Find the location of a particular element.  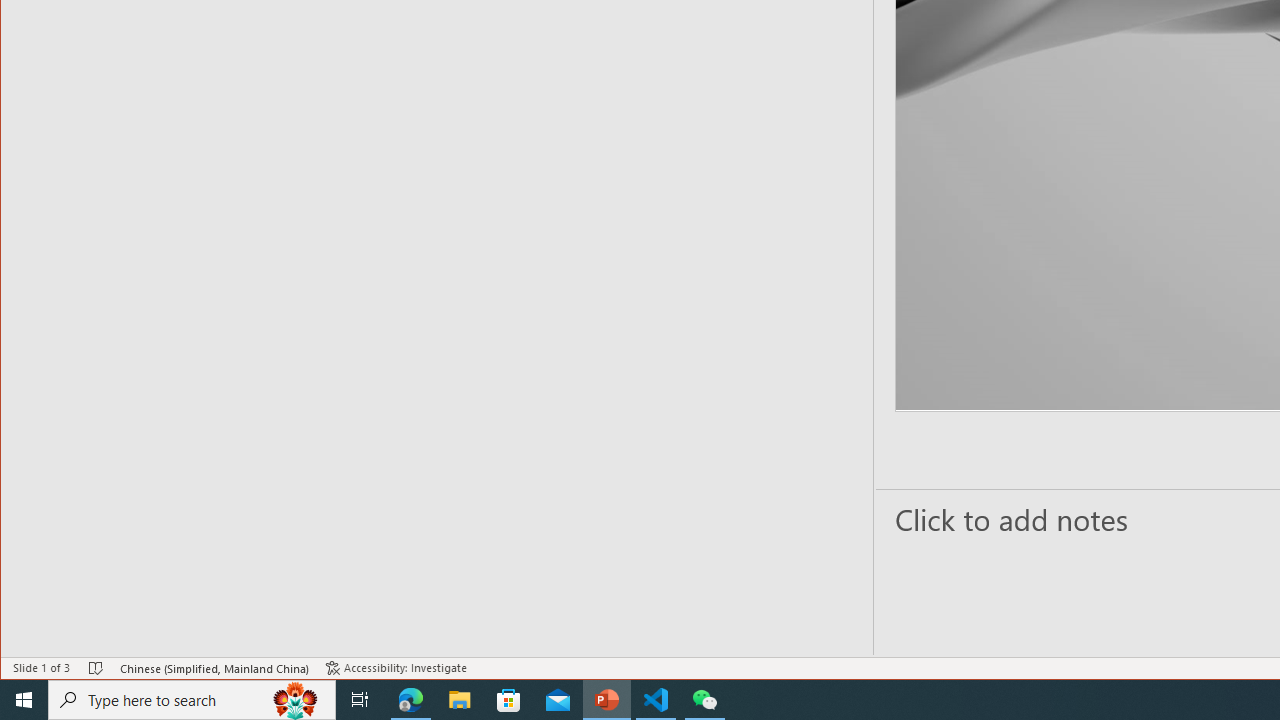

'Microsoft Store' is located at coordinates (509, 698).